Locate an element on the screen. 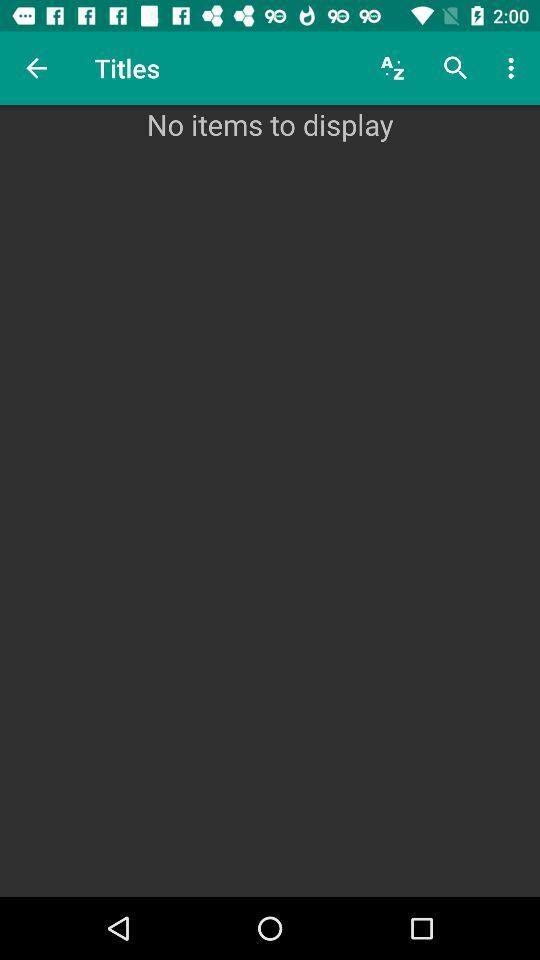 The width and height of the screenshot is (540, 960). item next to titles item is located at coordinates (393, 68).